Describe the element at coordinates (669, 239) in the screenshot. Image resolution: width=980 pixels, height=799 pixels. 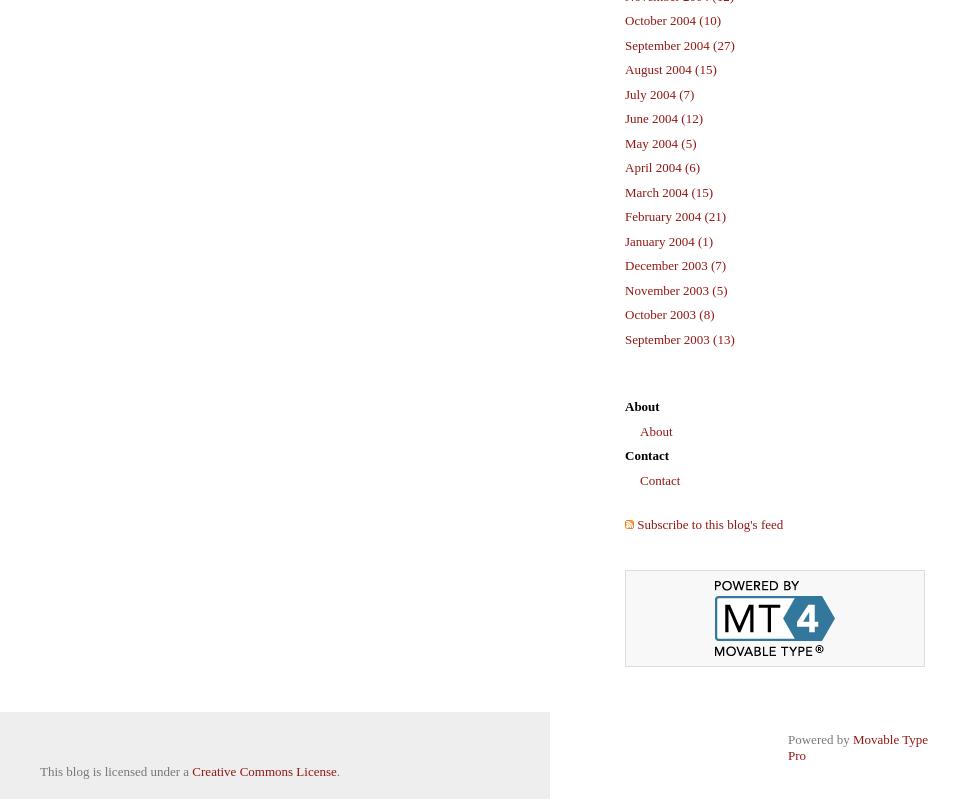
I see `'January 2004 (1)'` at that location.